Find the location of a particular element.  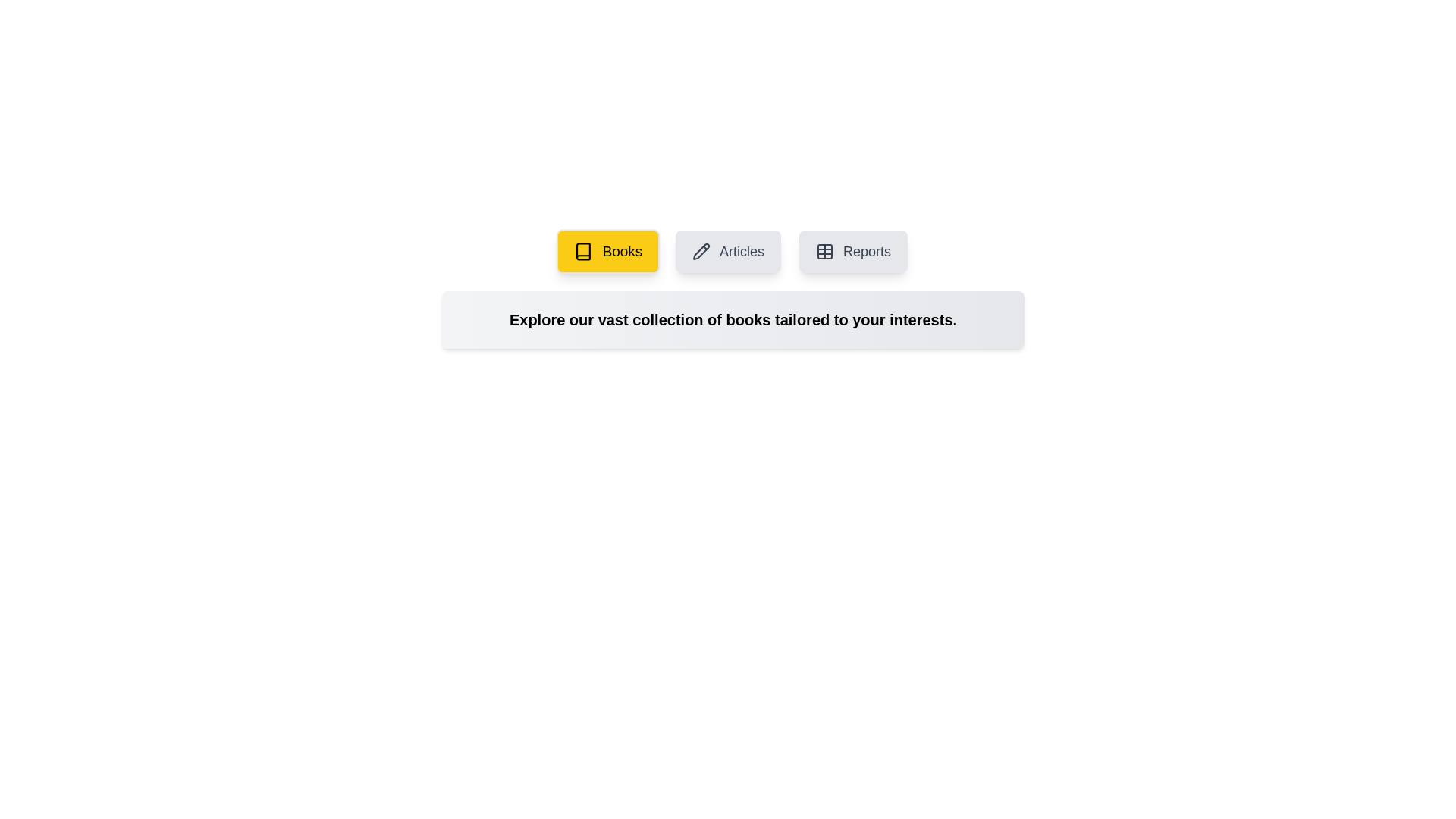

the book icon with a yellow background located inside the 'Books' button, which is the first button in a set of three aligned horizontally at the top center is located at coordinates (582, 250).